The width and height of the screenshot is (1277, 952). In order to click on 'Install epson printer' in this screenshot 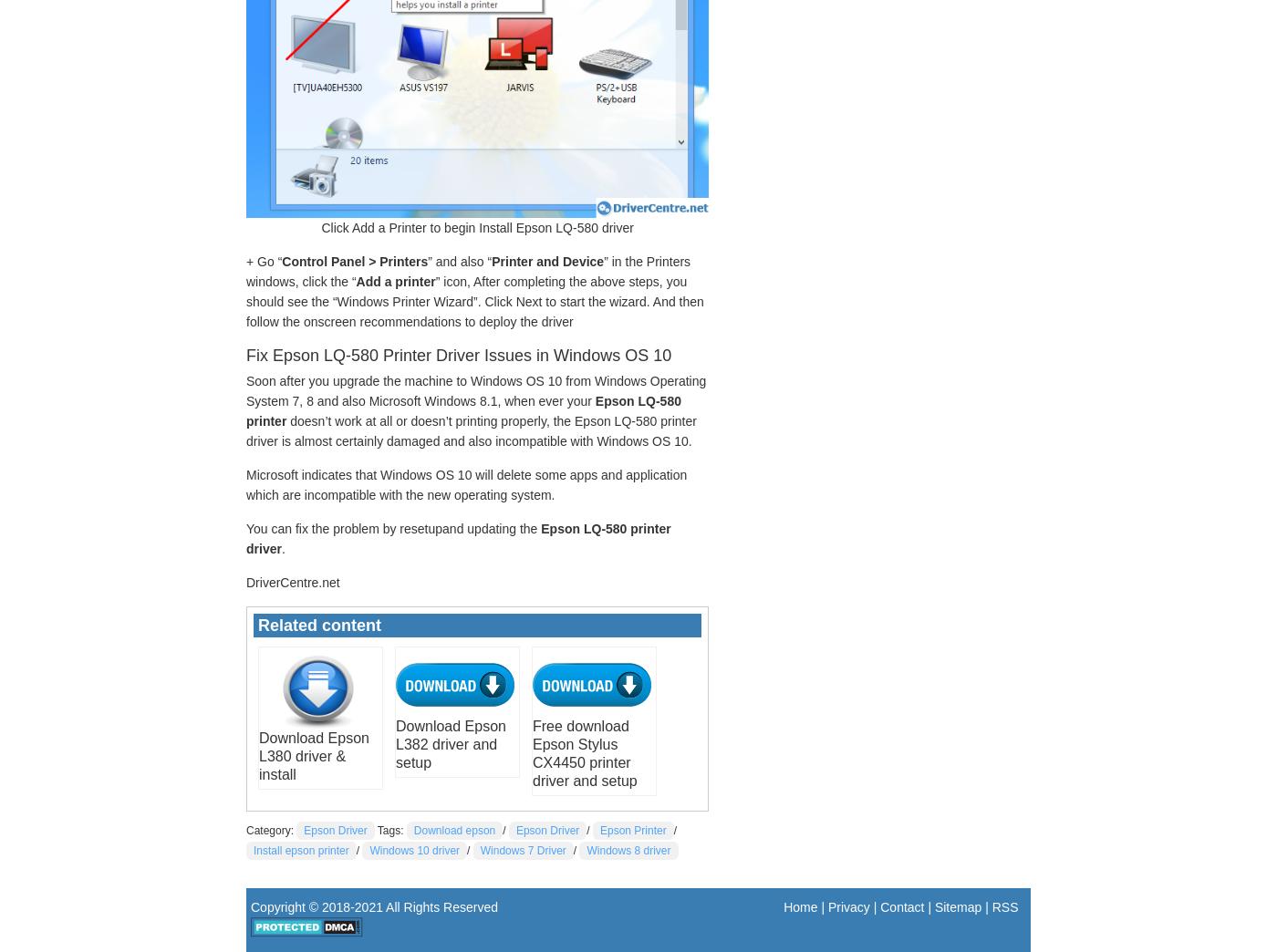, I will do `click(300, 848)`.